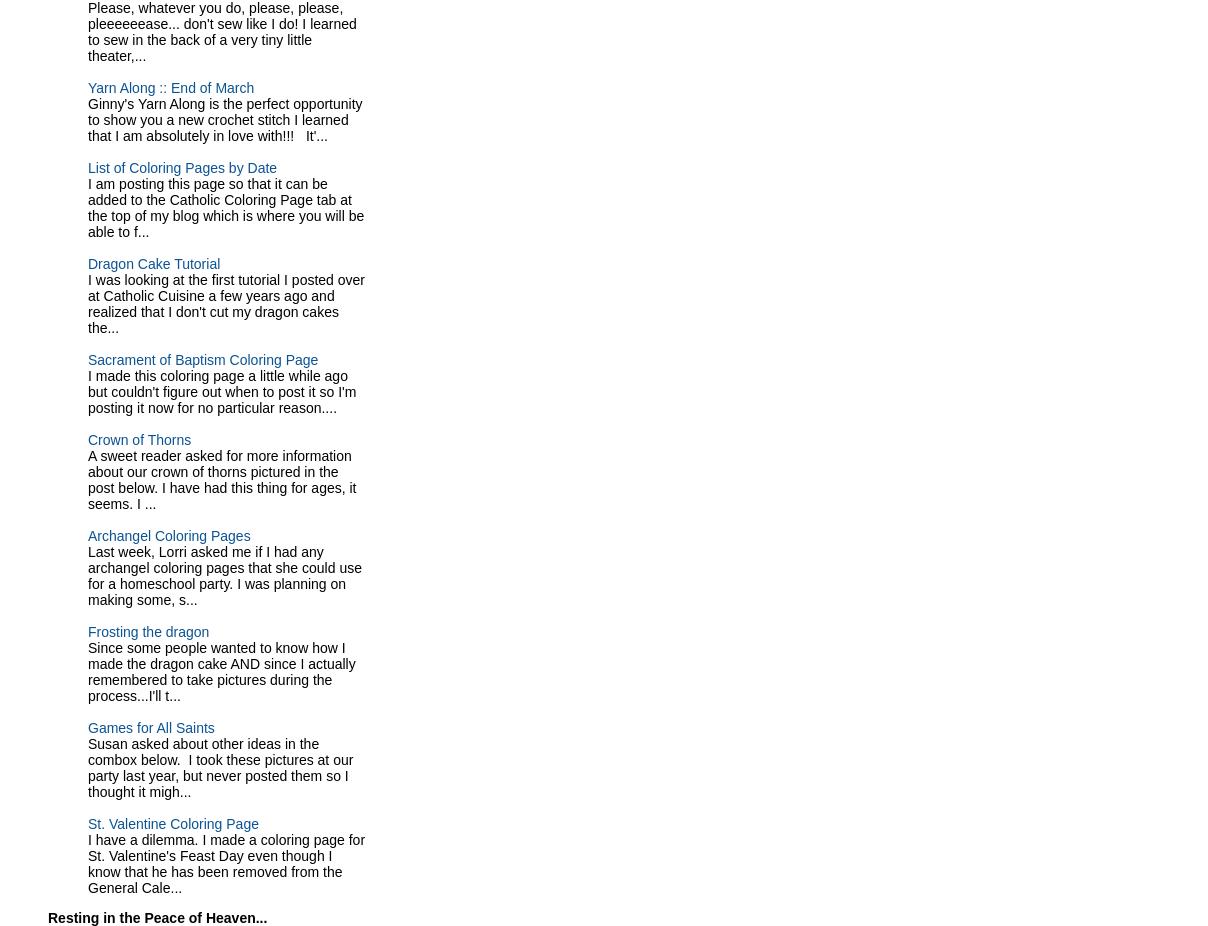 The image size is (1208, 926). What do you see at coordinates (150, 728) in the screenshot?
I see `'Games for All Saints'` at bounding box center [150, 728].